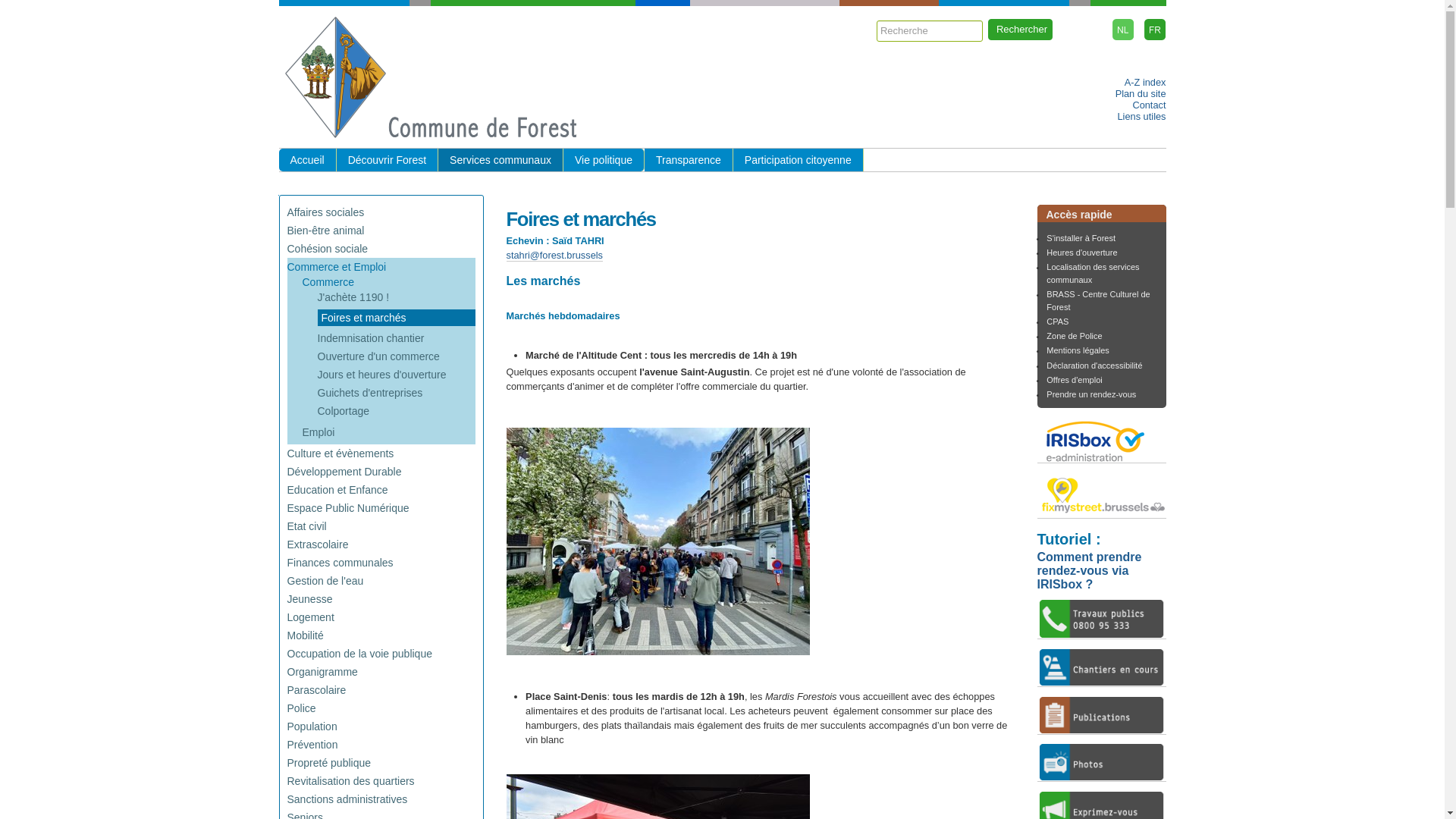 The width and height of the screenshot is (1456, 819). What do you see at coordinates (316, 543) in the screenshot?
I see `'Extrascolaire'` at bounding box center [316, 543].